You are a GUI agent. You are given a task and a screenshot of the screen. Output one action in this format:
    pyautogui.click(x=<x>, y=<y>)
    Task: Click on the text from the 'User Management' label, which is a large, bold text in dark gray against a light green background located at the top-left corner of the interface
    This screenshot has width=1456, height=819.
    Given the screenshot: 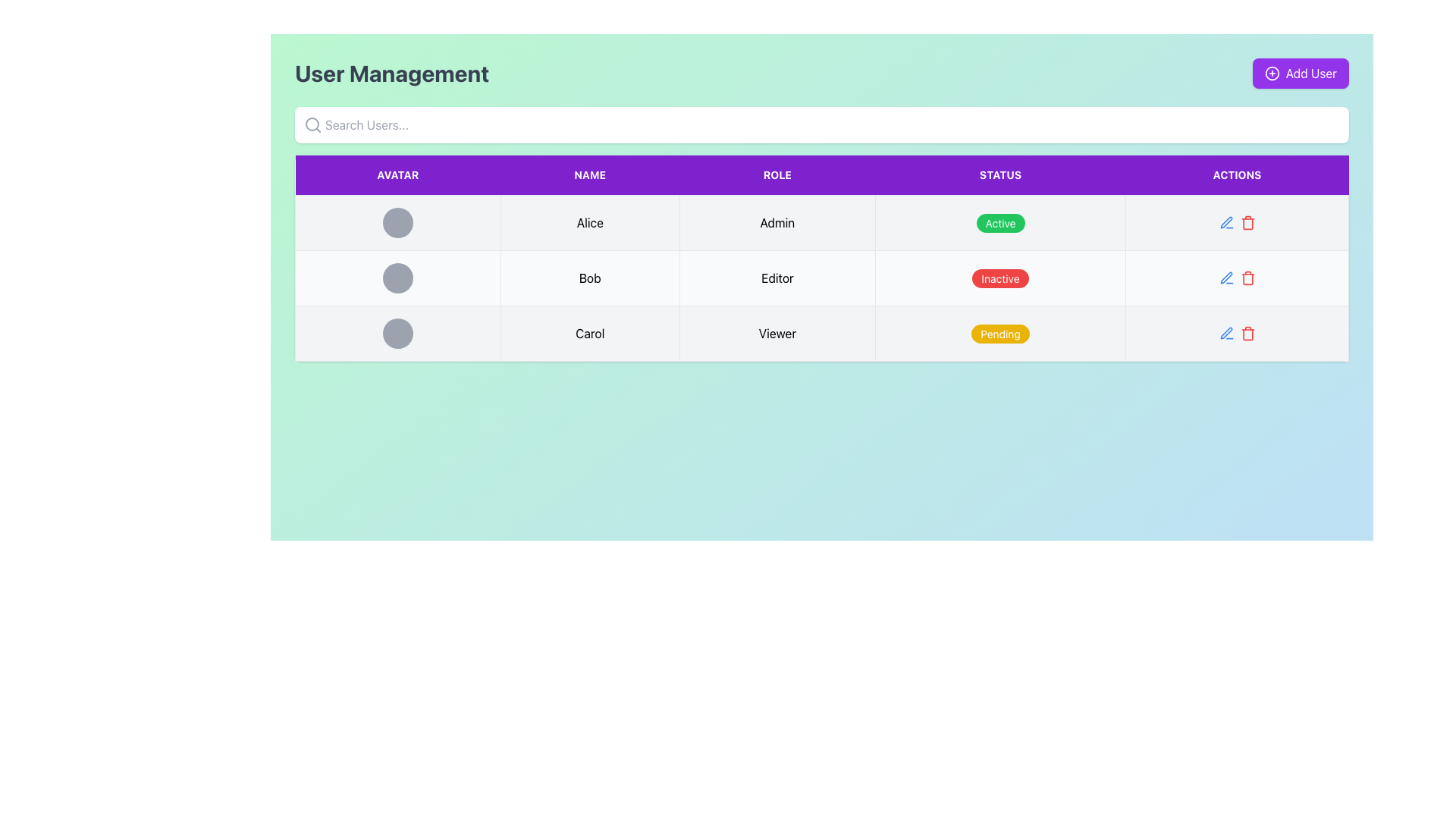 What is the action you would take?
    pyautogui.click(x=392, y=73)
    